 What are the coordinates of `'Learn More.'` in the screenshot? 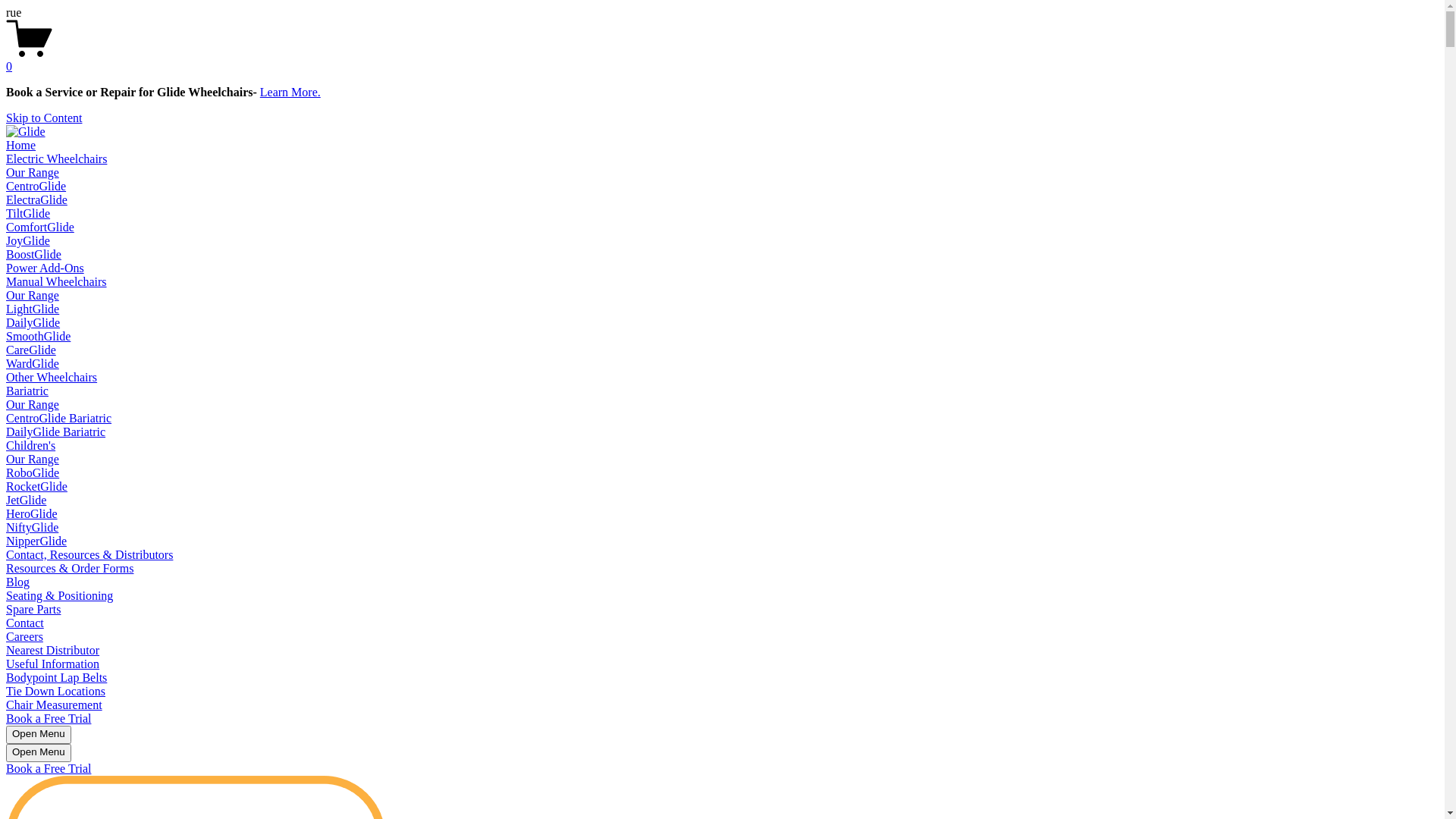 It's located at (290, 92).